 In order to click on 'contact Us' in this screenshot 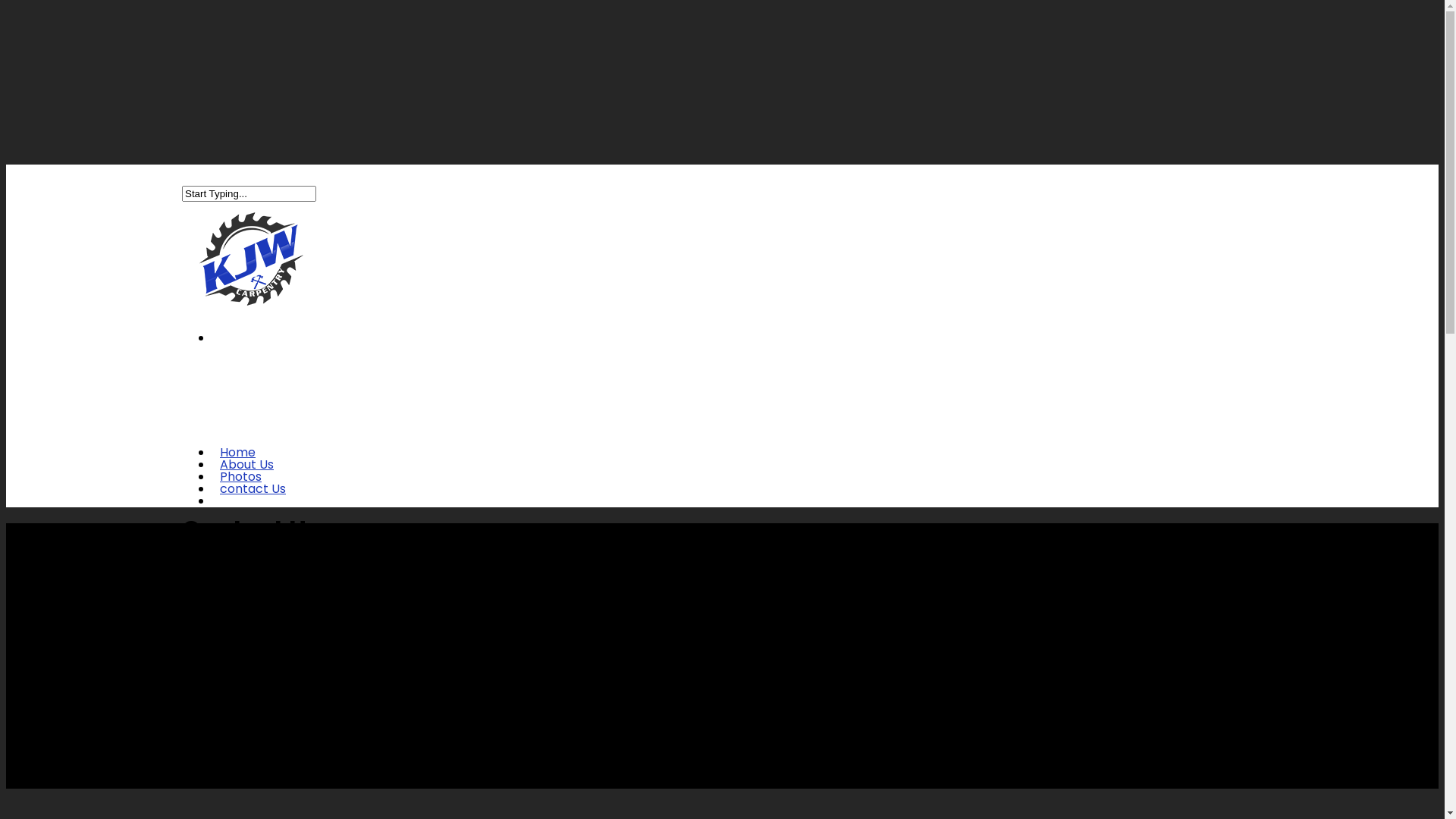, I will do `click(253, 499)`.